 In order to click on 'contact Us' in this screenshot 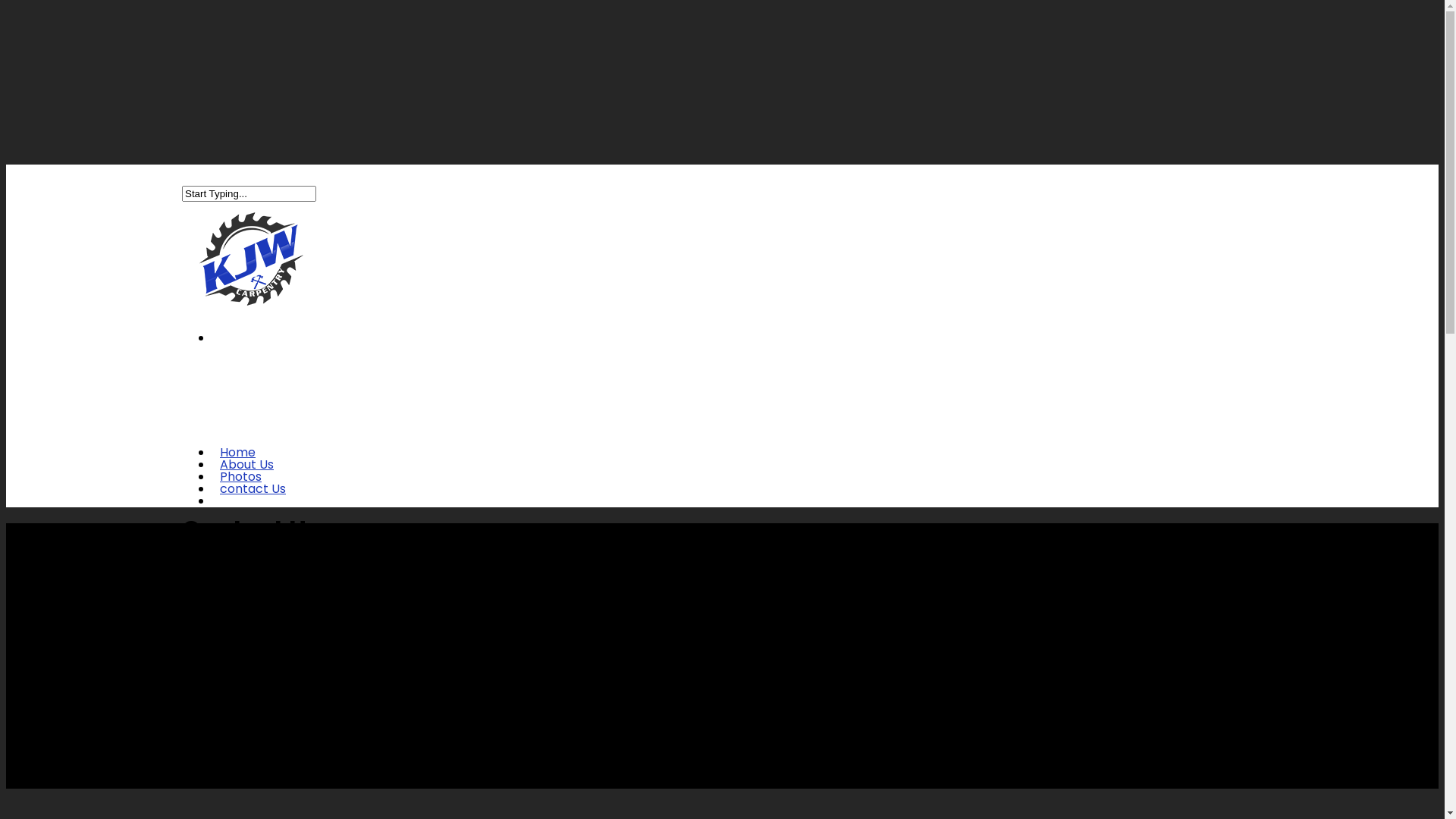, I will do `click(253, 499)`.